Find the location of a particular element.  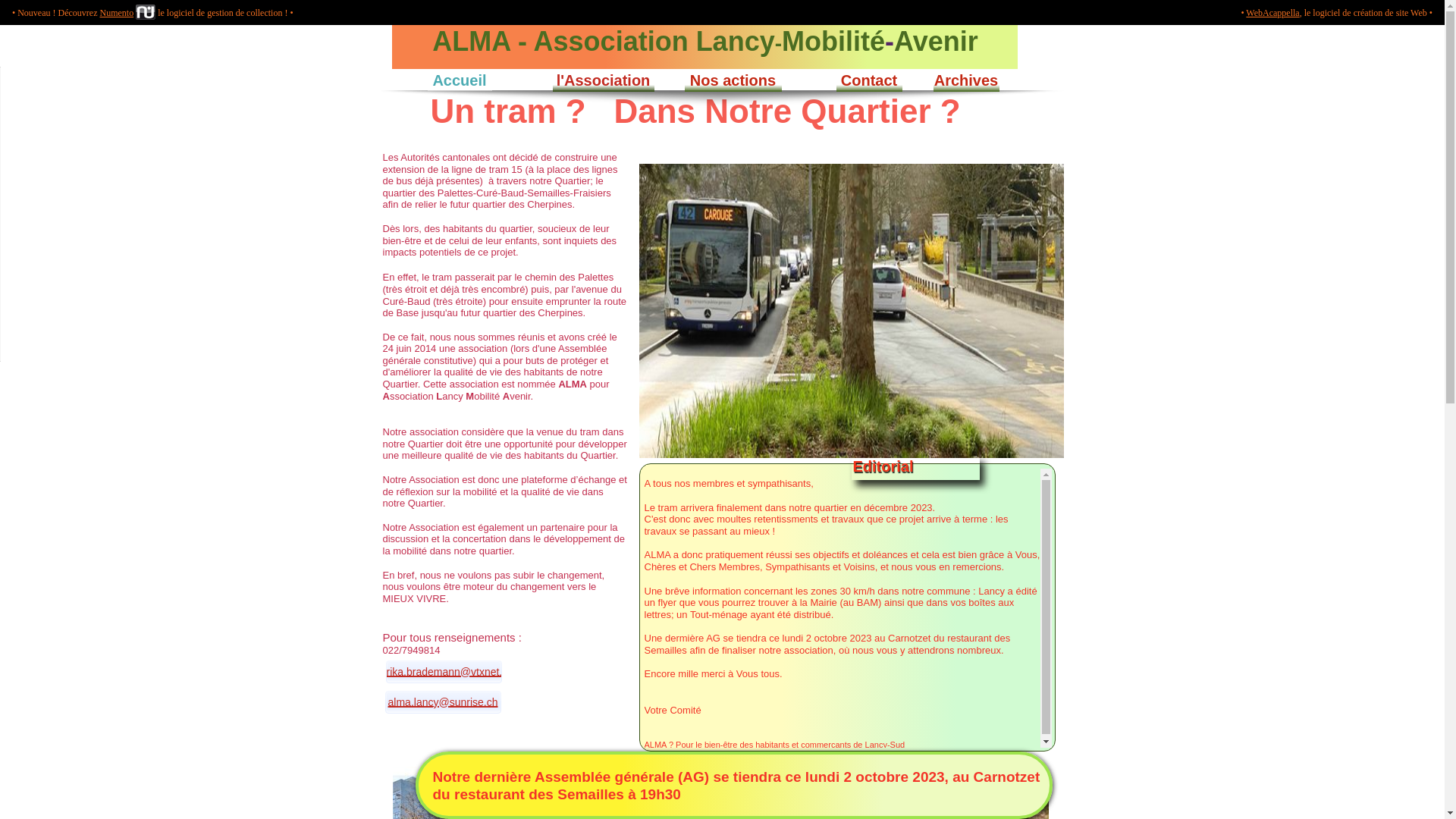

' ' is located at coordinates (382, 30).